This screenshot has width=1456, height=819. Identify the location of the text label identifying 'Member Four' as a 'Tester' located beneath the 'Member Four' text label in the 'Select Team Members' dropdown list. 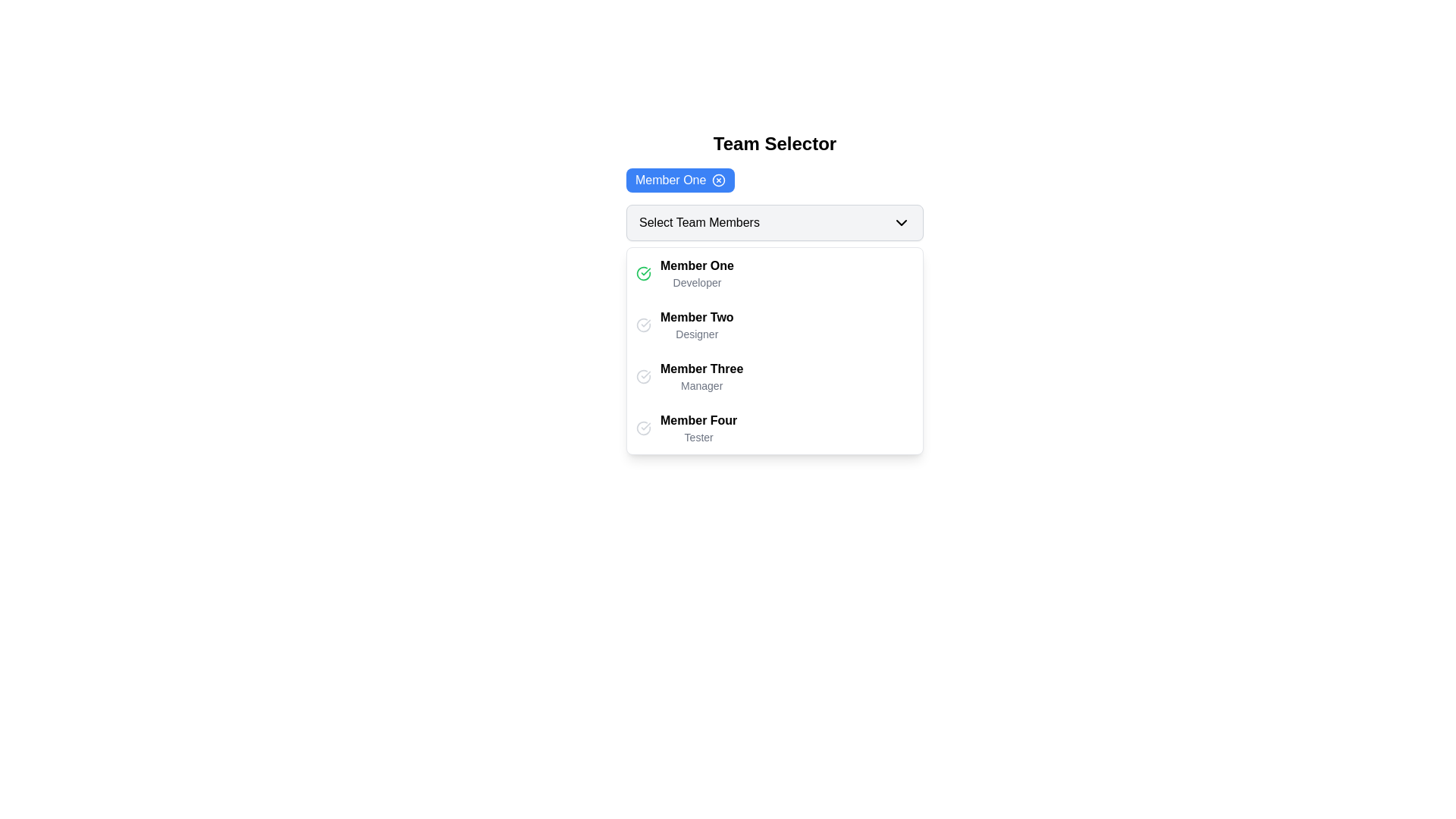
(698, 438).